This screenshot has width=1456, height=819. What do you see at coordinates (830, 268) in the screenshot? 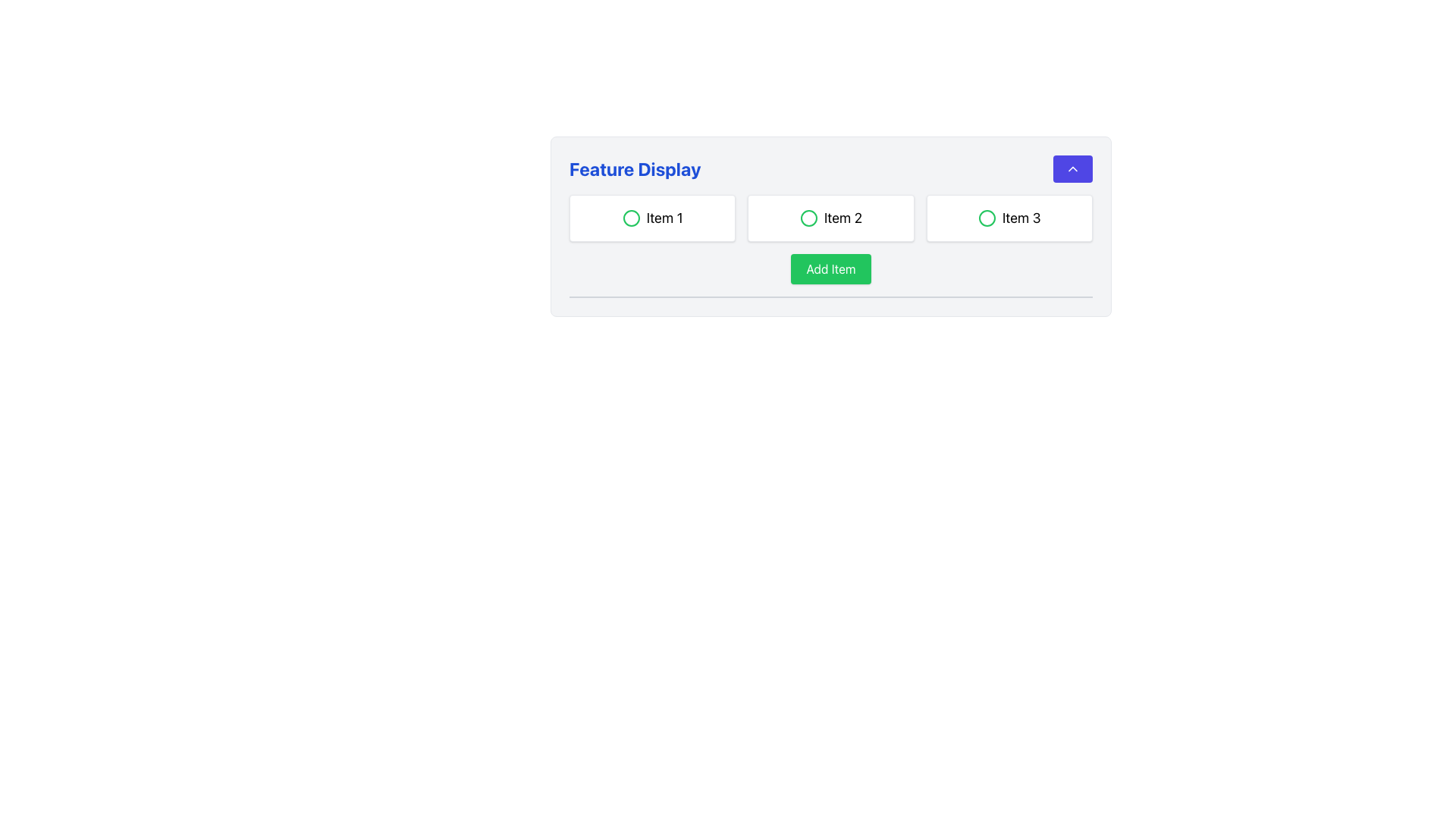
I see `the 'Add Item' button, a rectangular button with rounded edges and white text on a green background` at bounding box center [830, 268].